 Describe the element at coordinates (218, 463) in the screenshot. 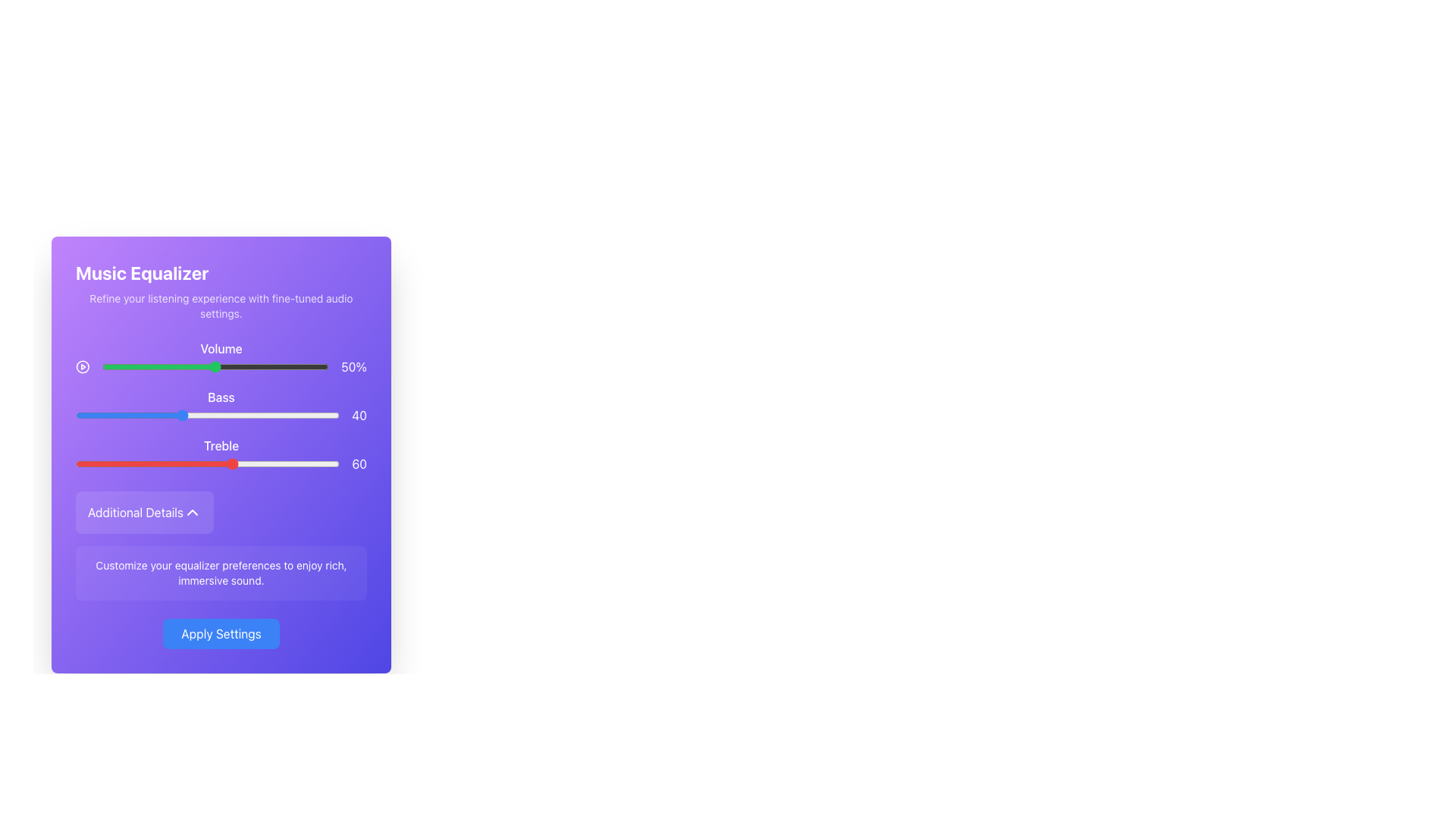

I see `the treble` at that location.